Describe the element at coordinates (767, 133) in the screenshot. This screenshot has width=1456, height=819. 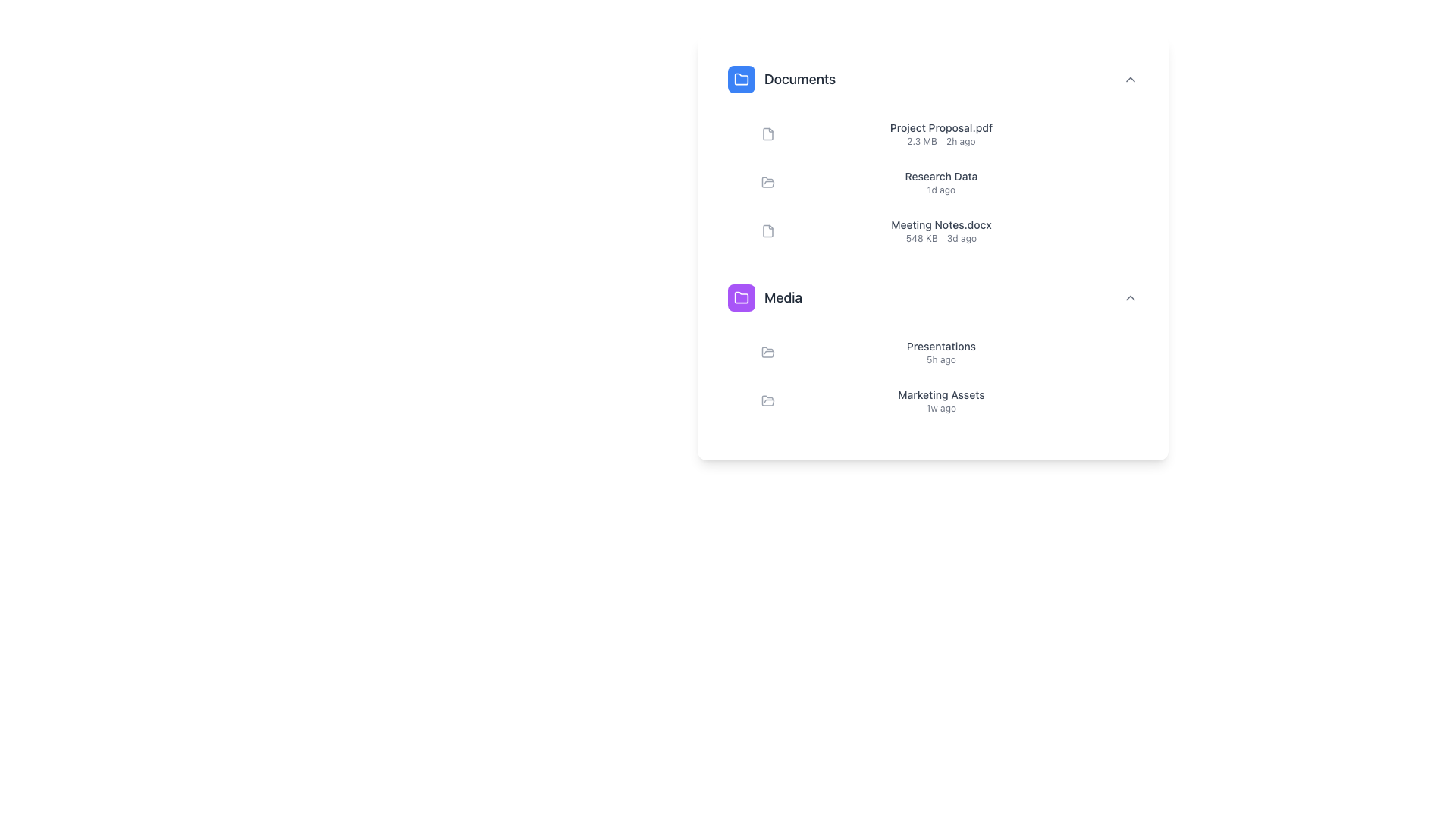
I see `the small document file icon with a gray outline located to the left of the 'Project Proposal.pdf' text in the 'Documents' category` at that location.